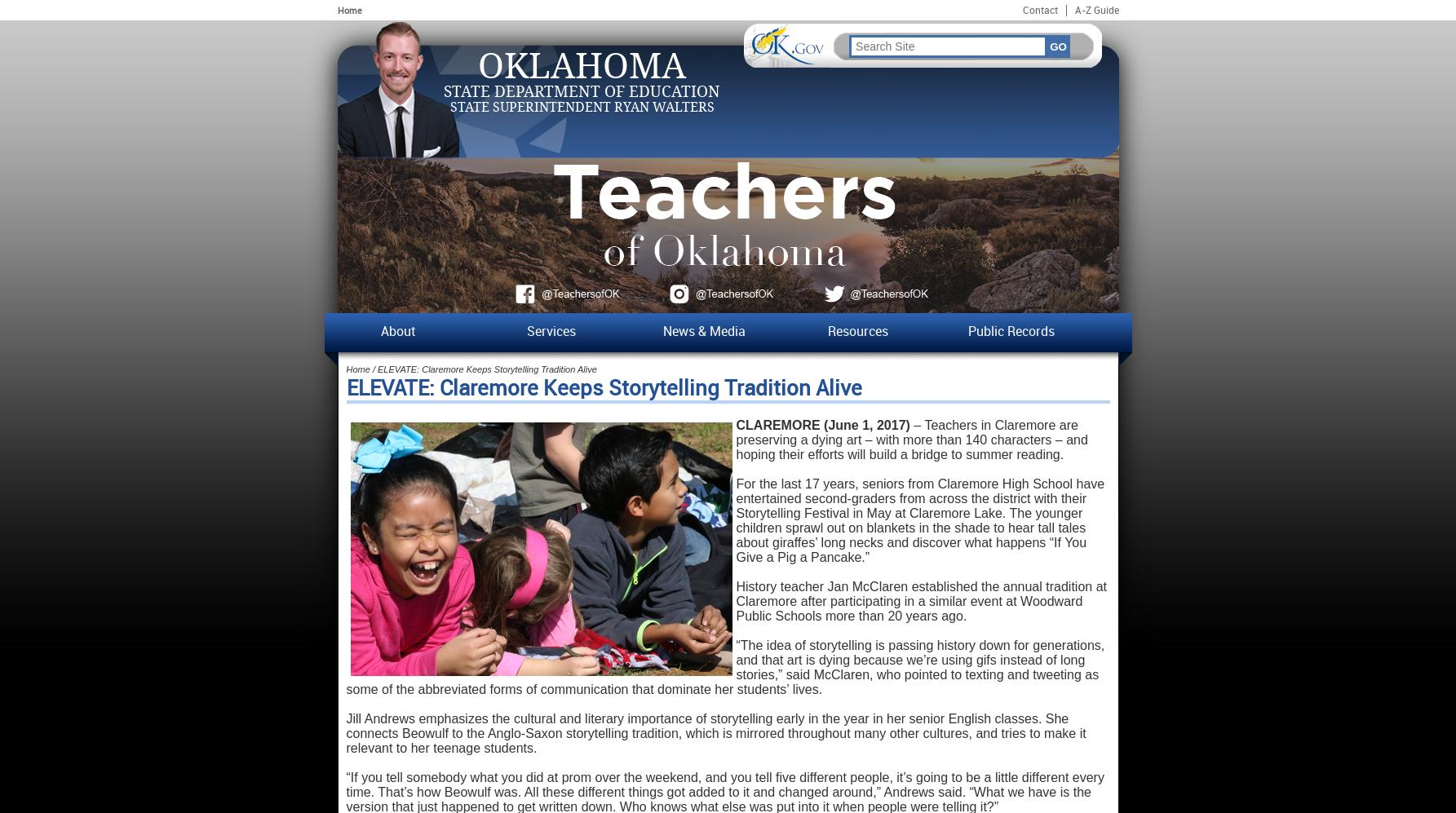 The image size is (1456, 813). What do you see at coordinates (921, 601) in the screenshot?
I see `'History teacher Jan McClaren established the annual tradition at Claremore after participating in a similar event at Woodward Public Schools more than 20 years ago.'` at bounding box center [921, 601].